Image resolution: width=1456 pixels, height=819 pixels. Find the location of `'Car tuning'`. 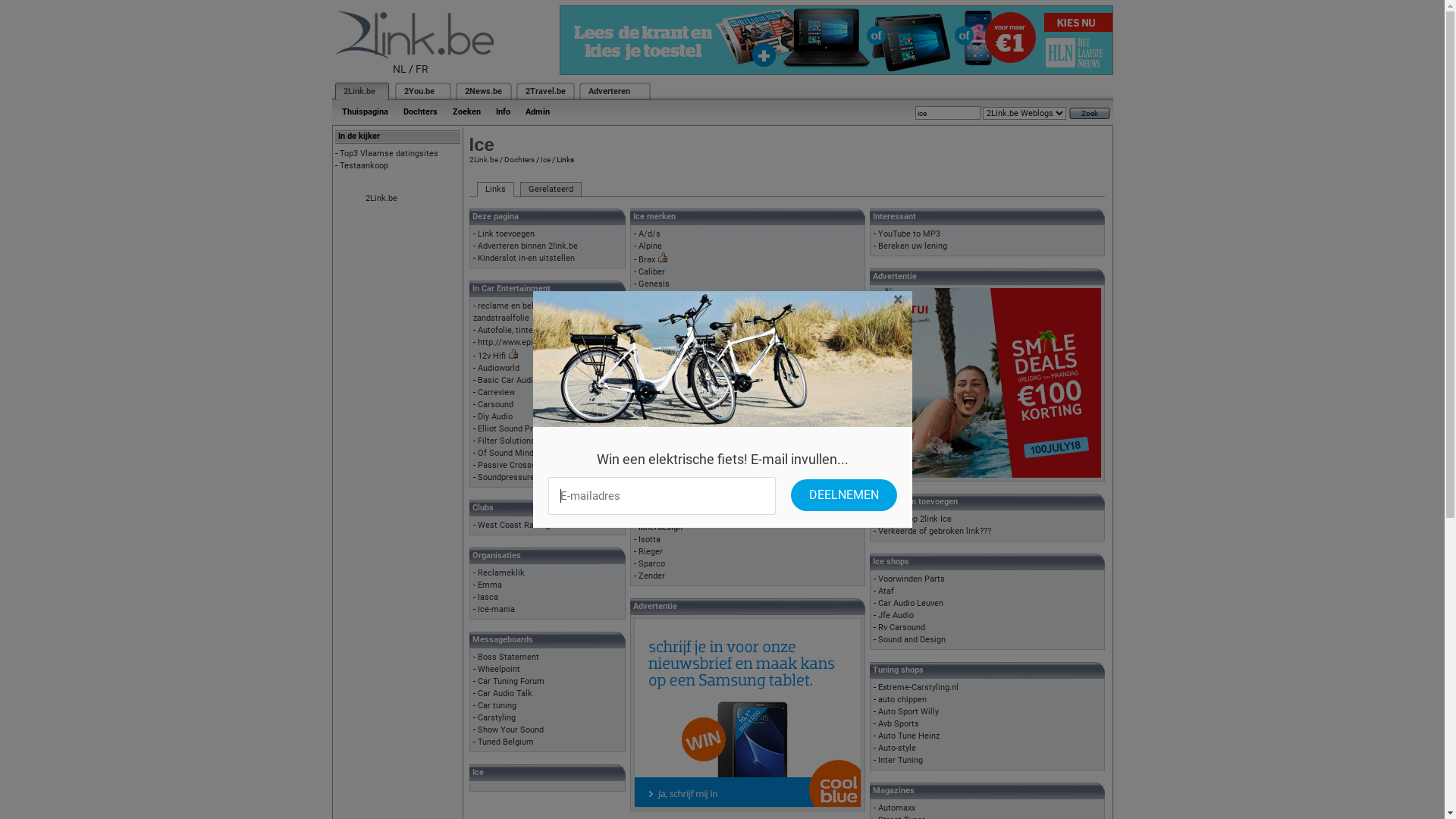

'Car tuning' is located at coordinates (497, 705).